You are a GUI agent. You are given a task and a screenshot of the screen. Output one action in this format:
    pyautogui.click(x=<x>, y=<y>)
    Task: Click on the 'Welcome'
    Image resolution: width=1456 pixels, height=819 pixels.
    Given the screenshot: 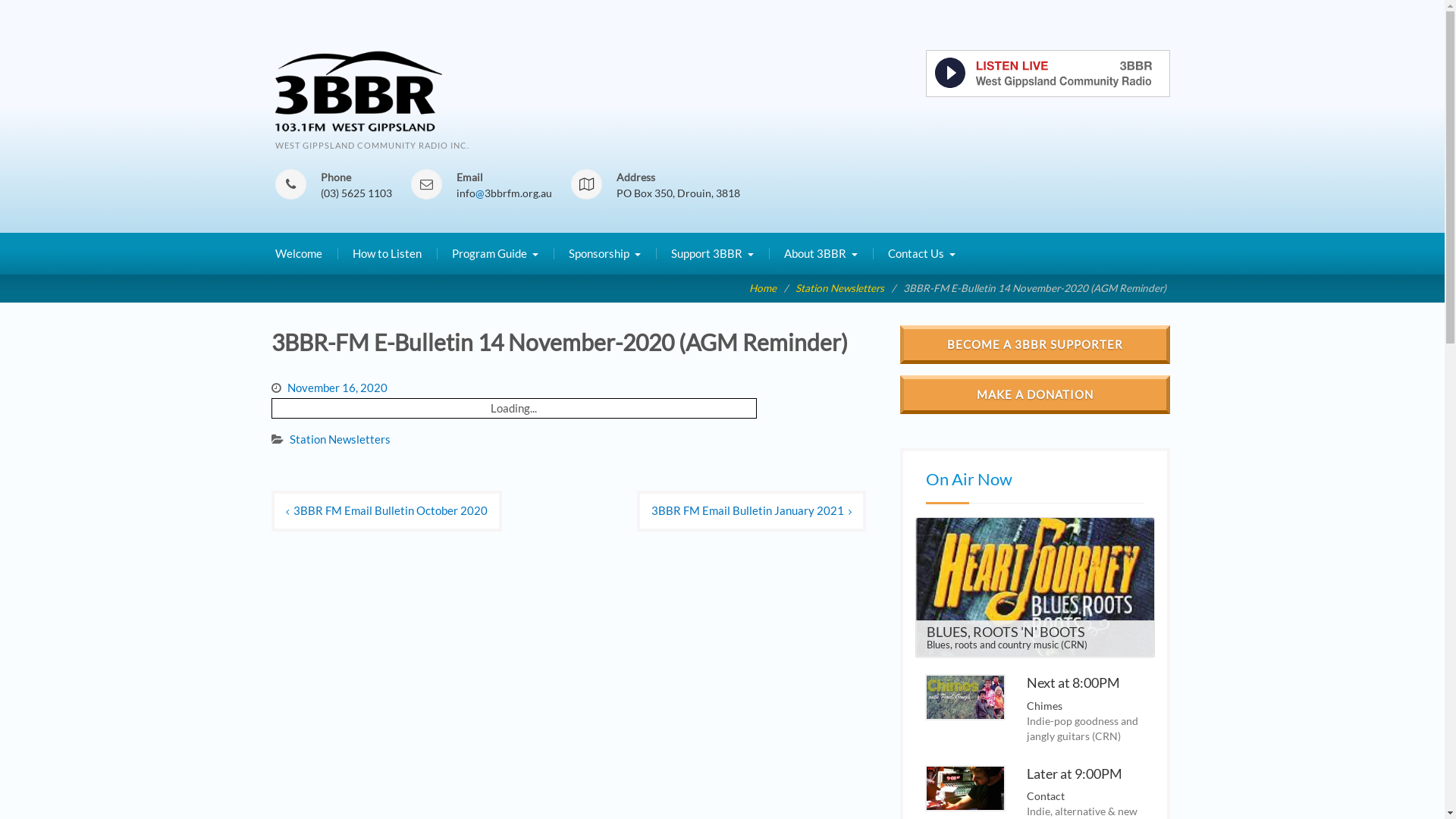 What is the action you would take?
    pyautogui.click(x=298, y=253)
    